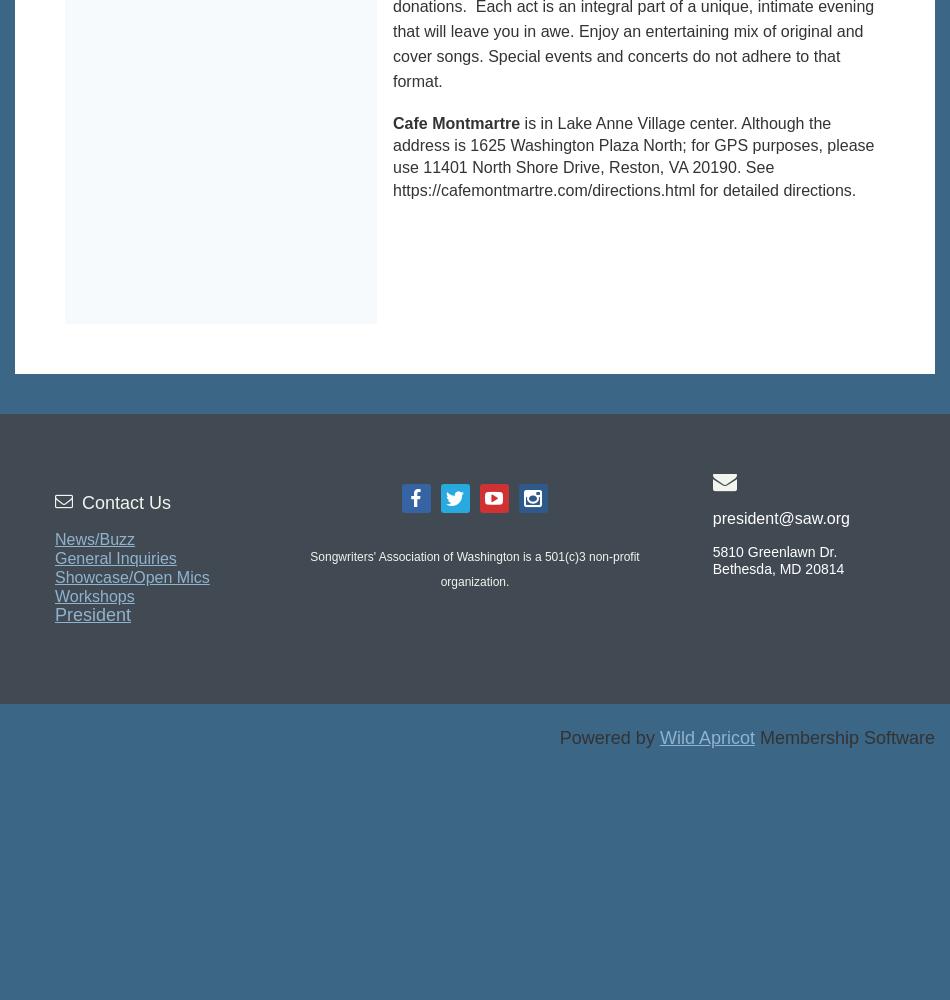 This screenshot has height=1000, width=950. I want to click on 'president@saw.org', so click(712, 518).